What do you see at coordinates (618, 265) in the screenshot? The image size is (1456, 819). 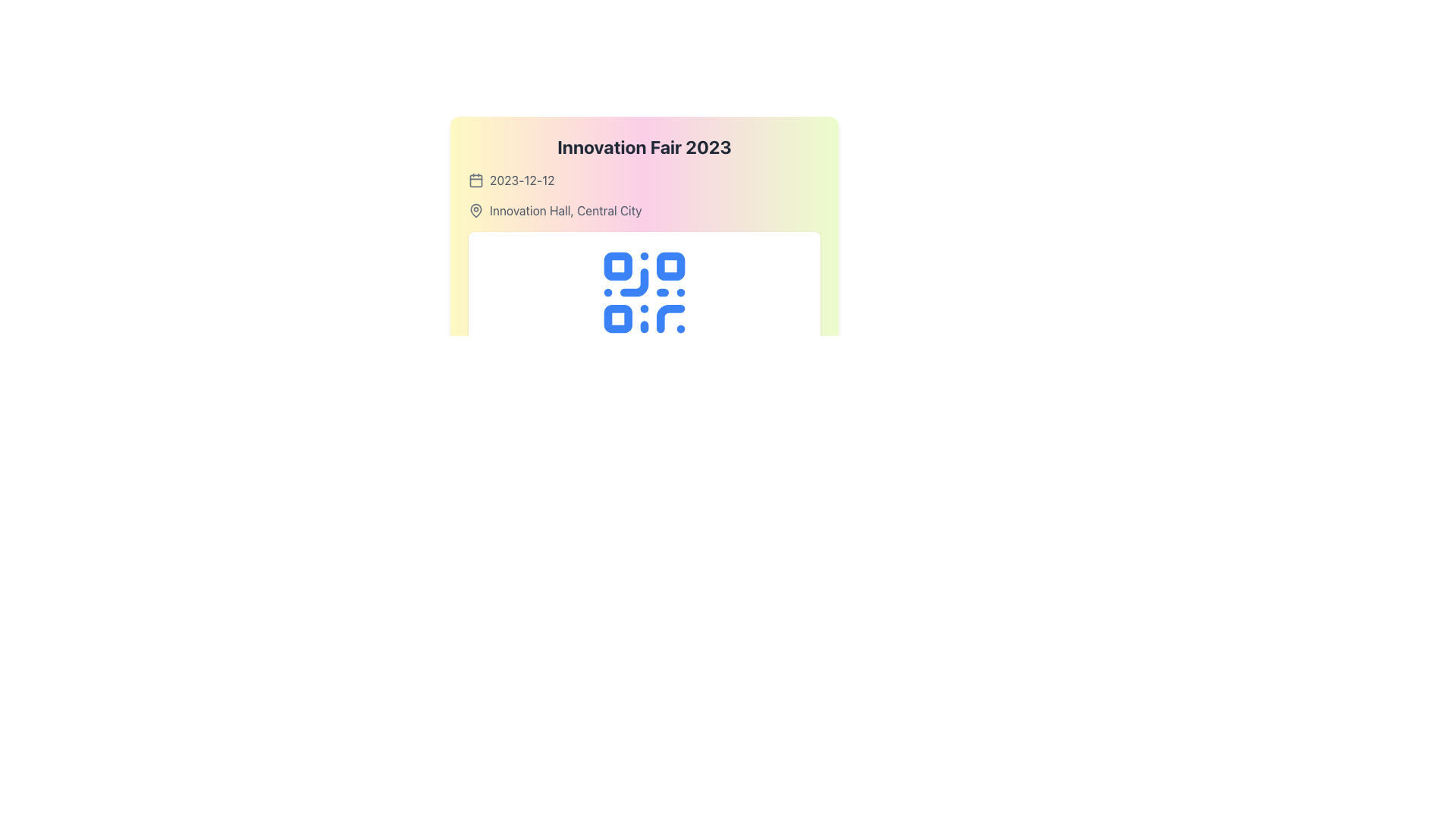 I see `the top-left square of the QR code graphic, which is part of the 'Innovation Fair 2023' interface` at bounding box center [618, 265].